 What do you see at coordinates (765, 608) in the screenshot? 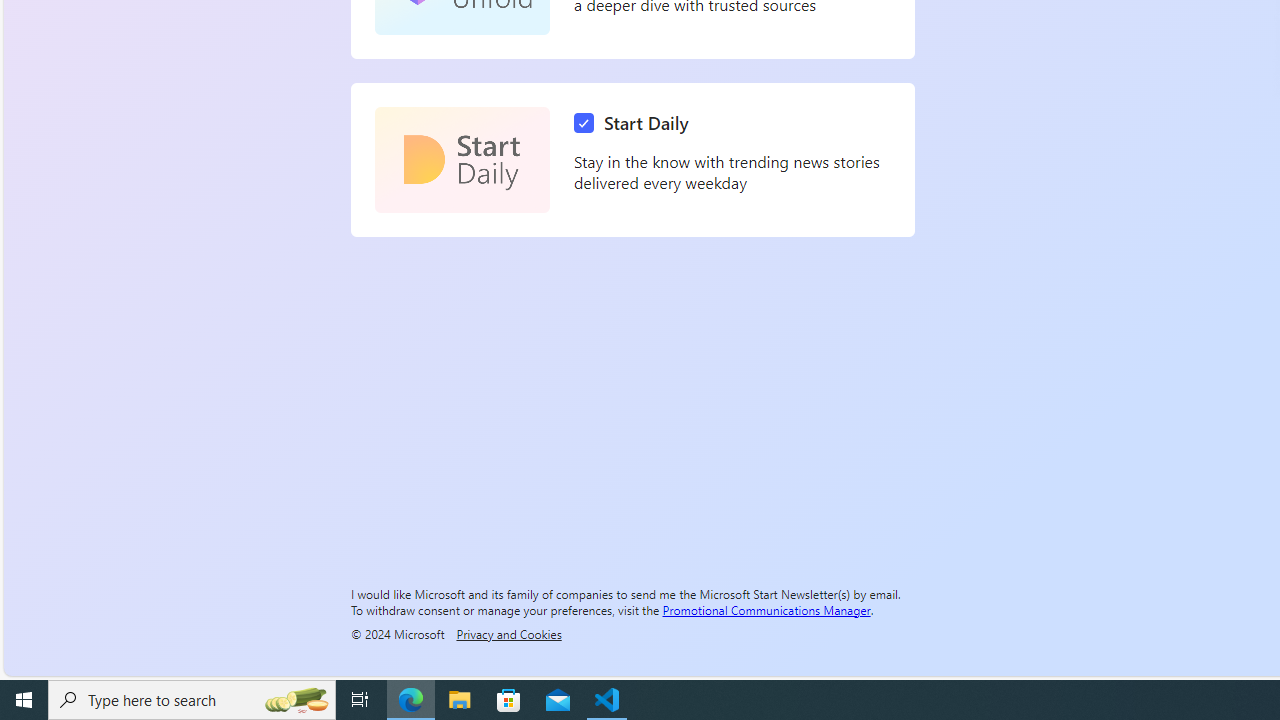
I see `'Promotional Communications Manager'` at bounding box center [765, 608].